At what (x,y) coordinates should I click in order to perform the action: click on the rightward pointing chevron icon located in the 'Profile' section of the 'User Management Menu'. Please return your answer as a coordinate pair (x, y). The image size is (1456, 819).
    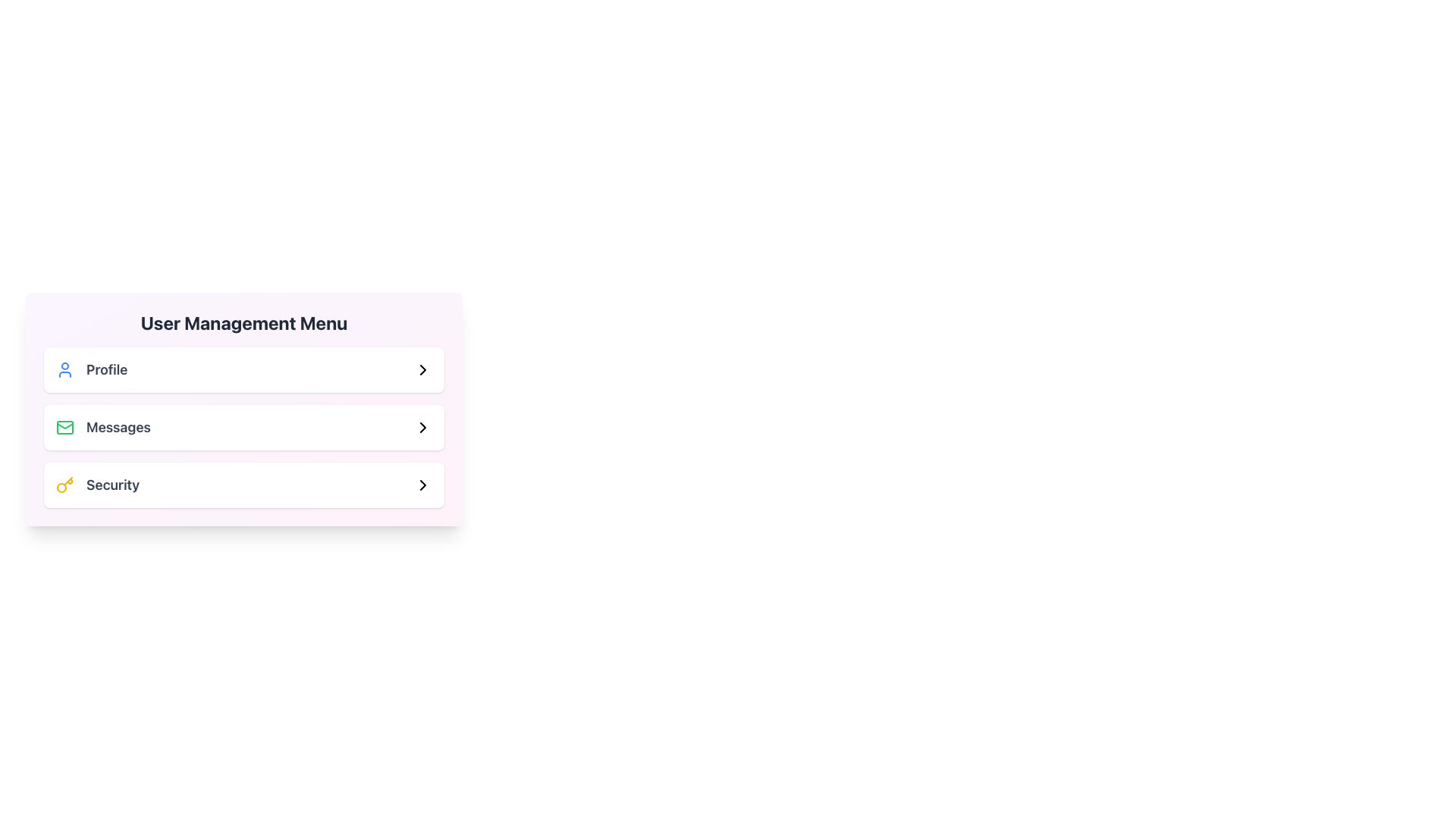
    Looking at the image, I should click on (422, 370).